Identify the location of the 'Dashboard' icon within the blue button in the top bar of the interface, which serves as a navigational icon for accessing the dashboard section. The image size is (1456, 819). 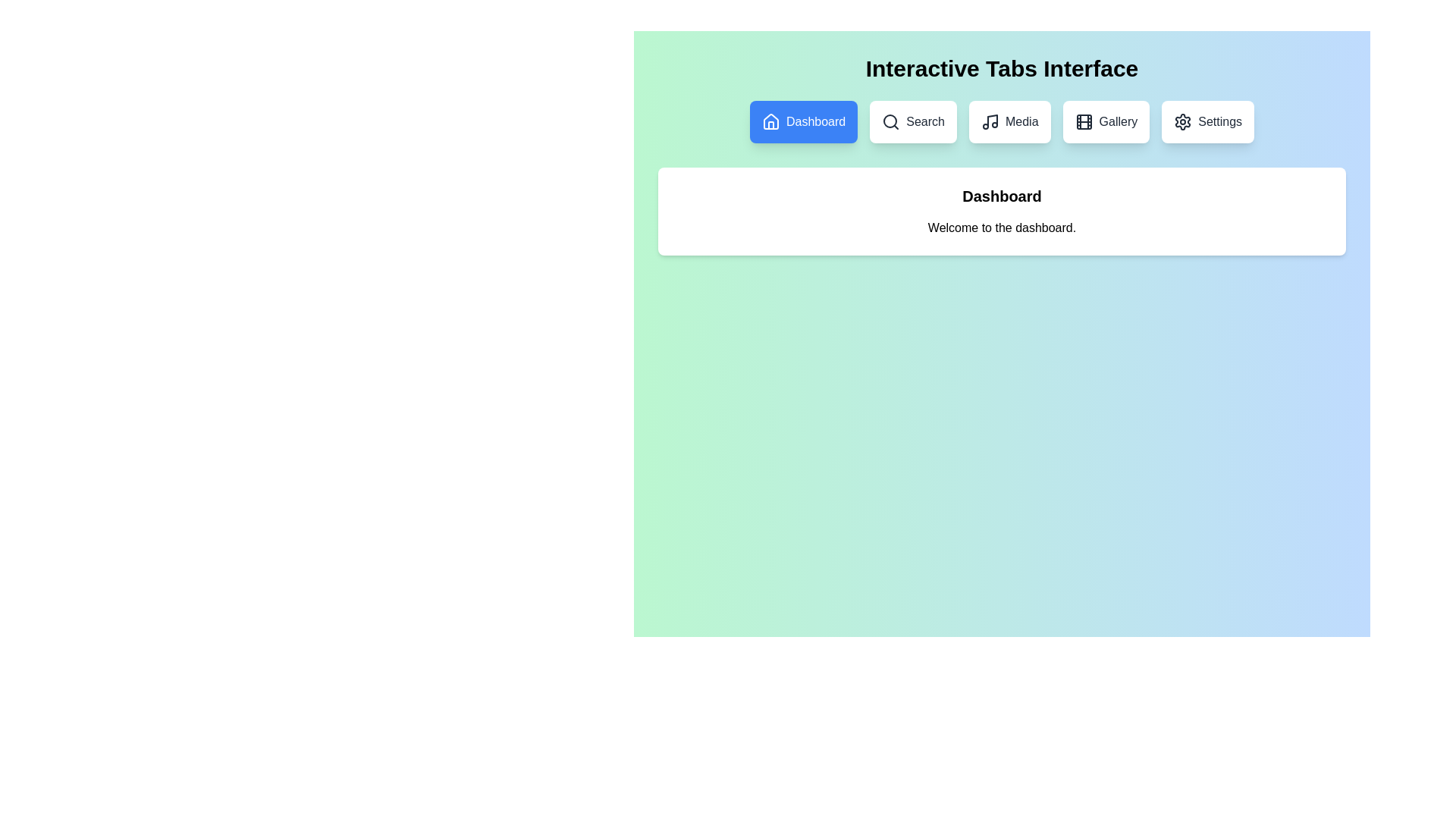
(771, 121).